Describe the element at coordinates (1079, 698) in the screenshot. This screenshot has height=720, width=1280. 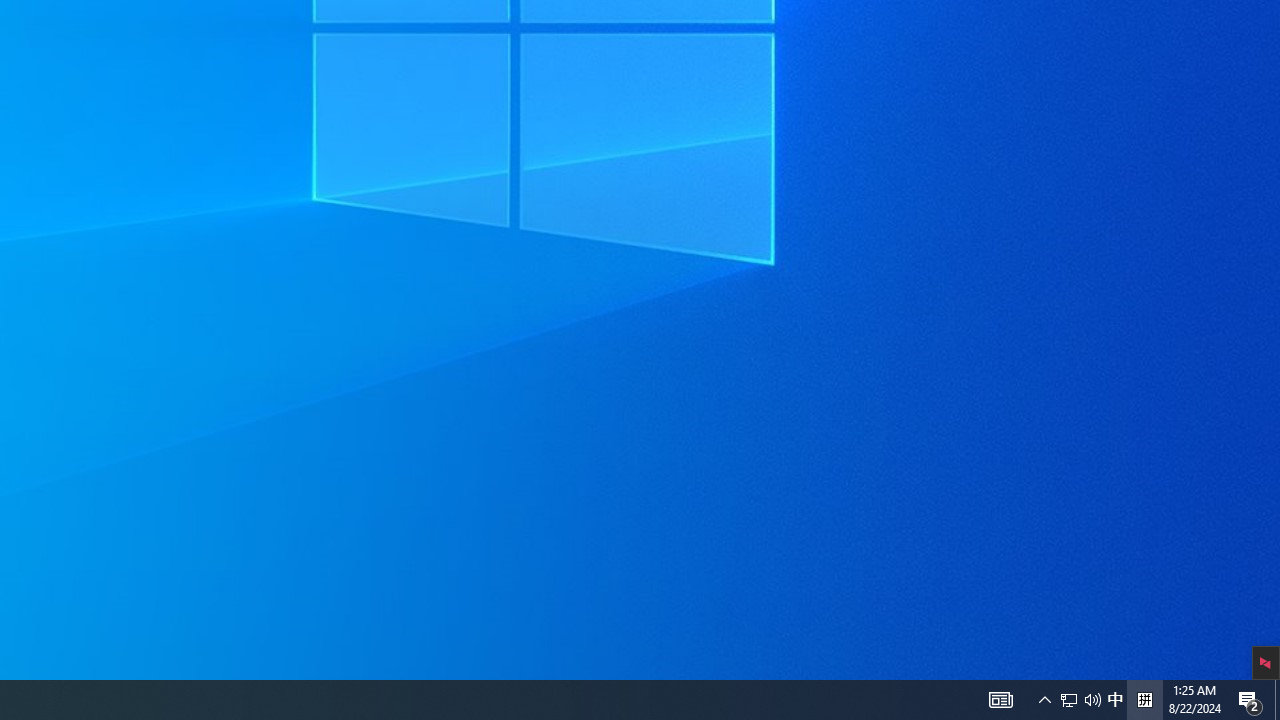
I see `'User Promoted Notification Area'` at that location.